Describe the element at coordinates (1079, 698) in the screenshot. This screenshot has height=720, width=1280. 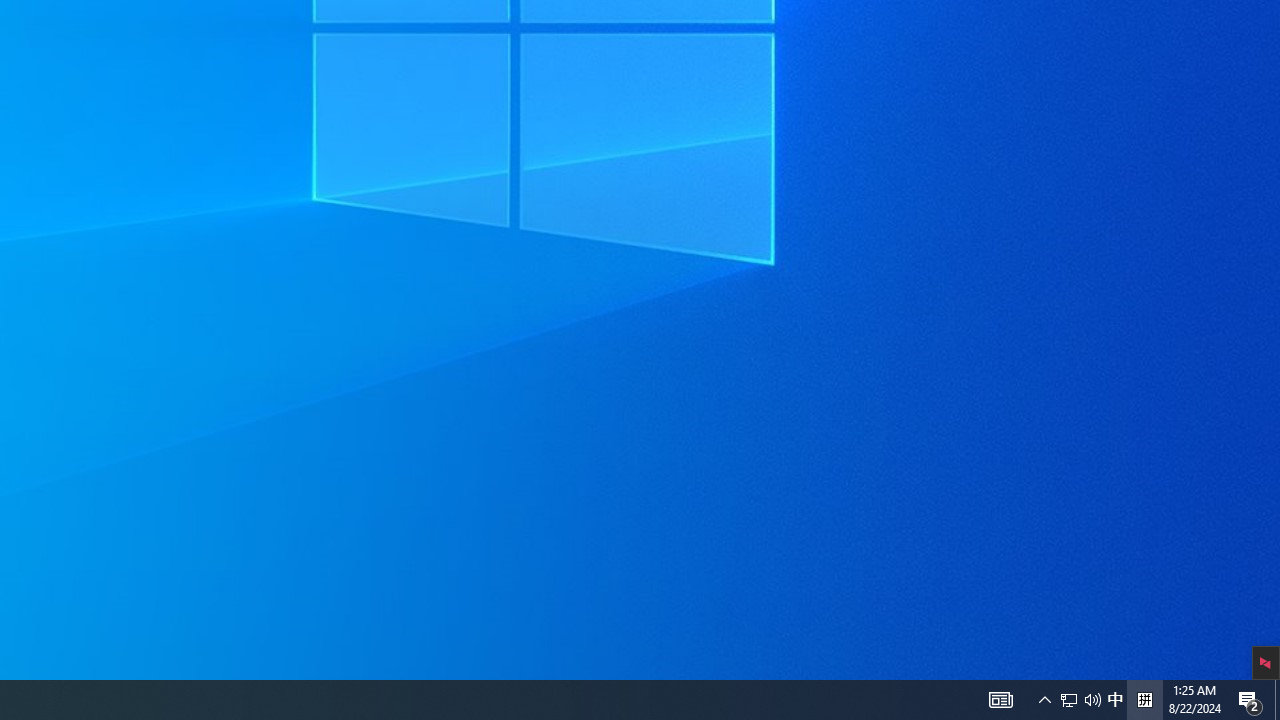
I see `'User Promoted Notification Area'` at that location.